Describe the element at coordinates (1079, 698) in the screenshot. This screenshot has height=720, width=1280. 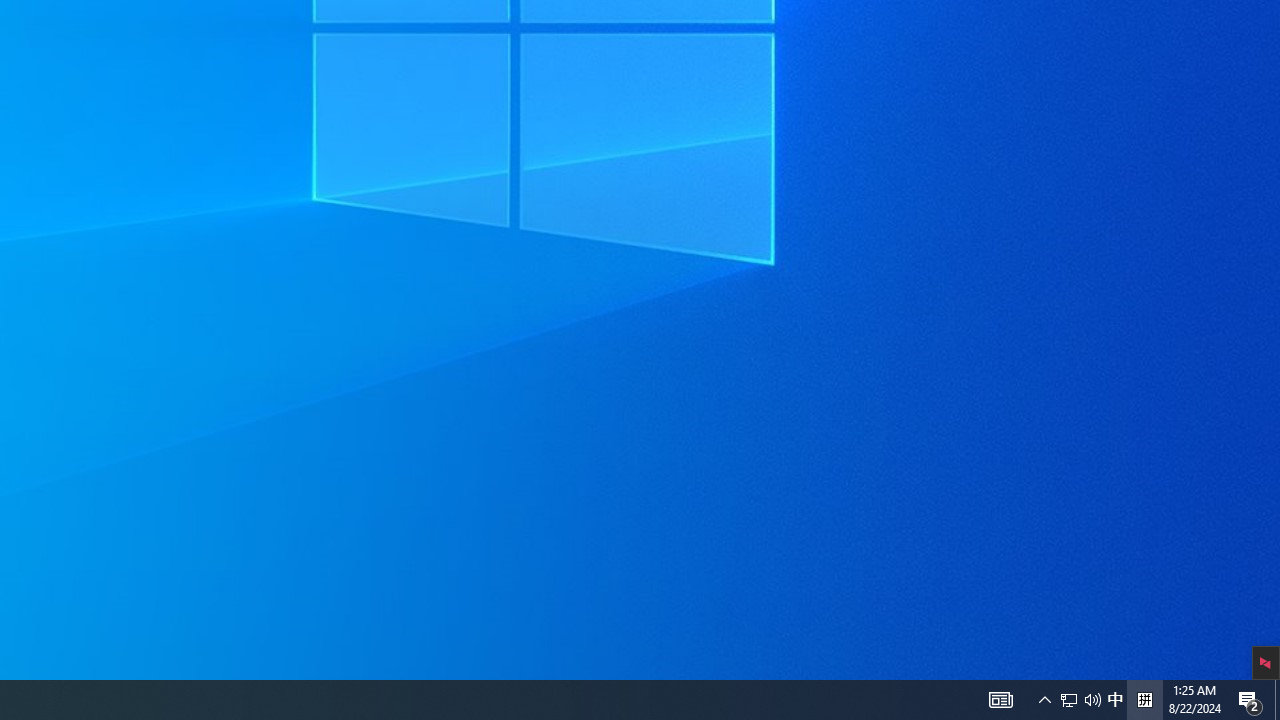
I see `'User Promoted Notification Area'` at that location.